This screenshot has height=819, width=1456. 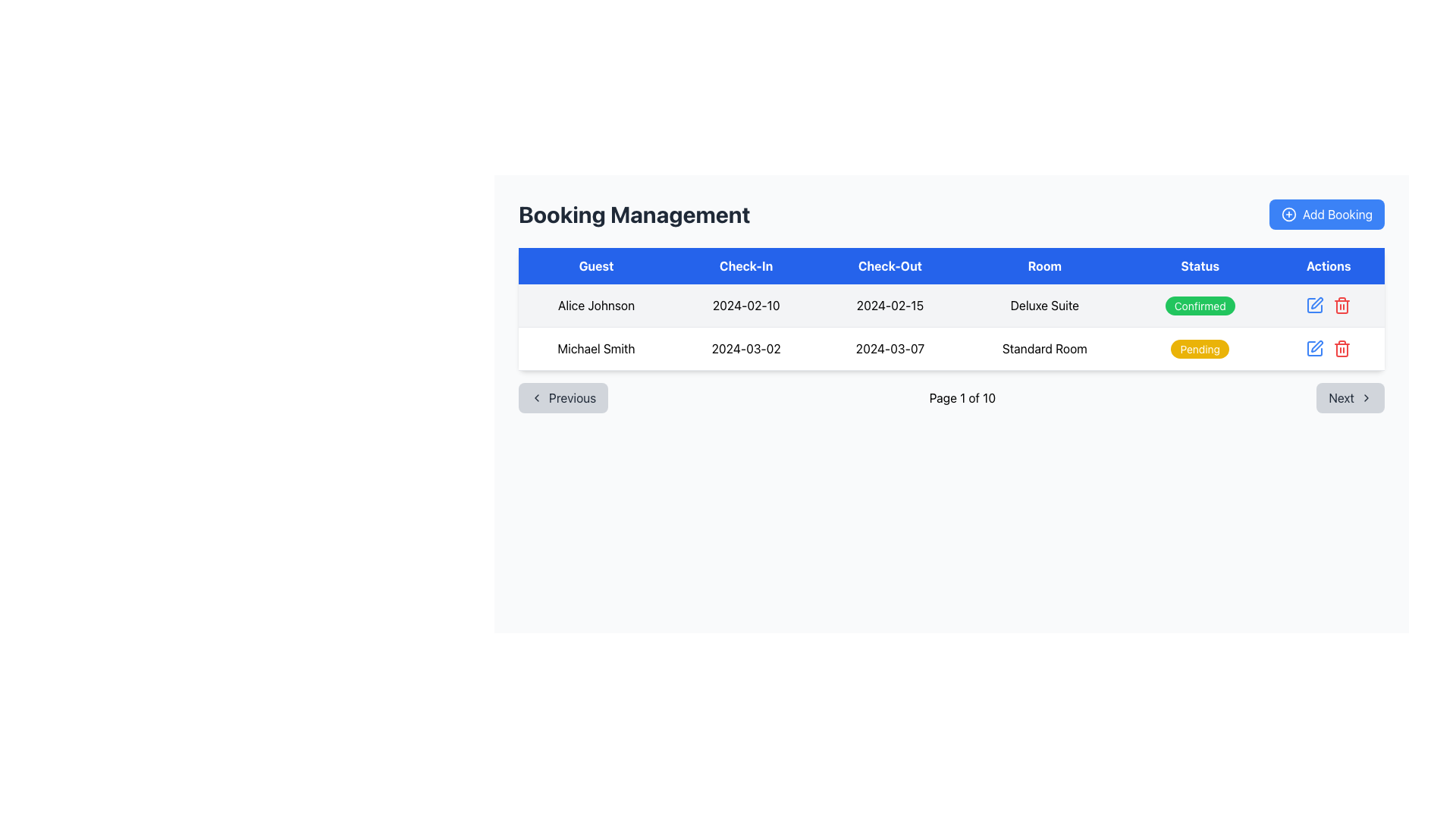 I want to click on the header label for the third column in the 'Booking Management' section, which indicates check-out dates for records, so click(x=890, y=265).